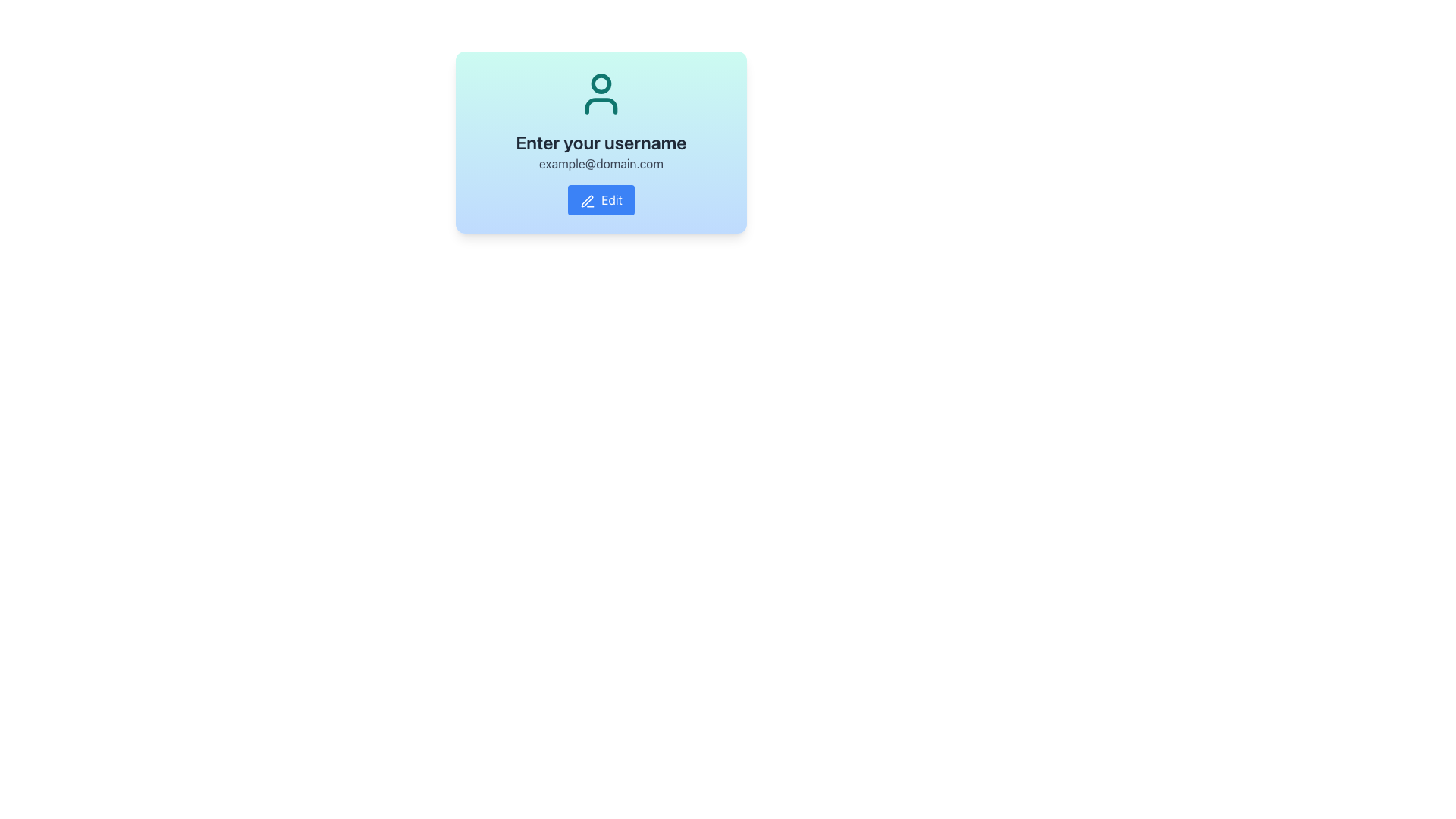 This screenshot has width=1456, height=819. I want to click on the circular icon of the user avatar graphic, which is positioned at the top center of the card design, so click(600, 83).